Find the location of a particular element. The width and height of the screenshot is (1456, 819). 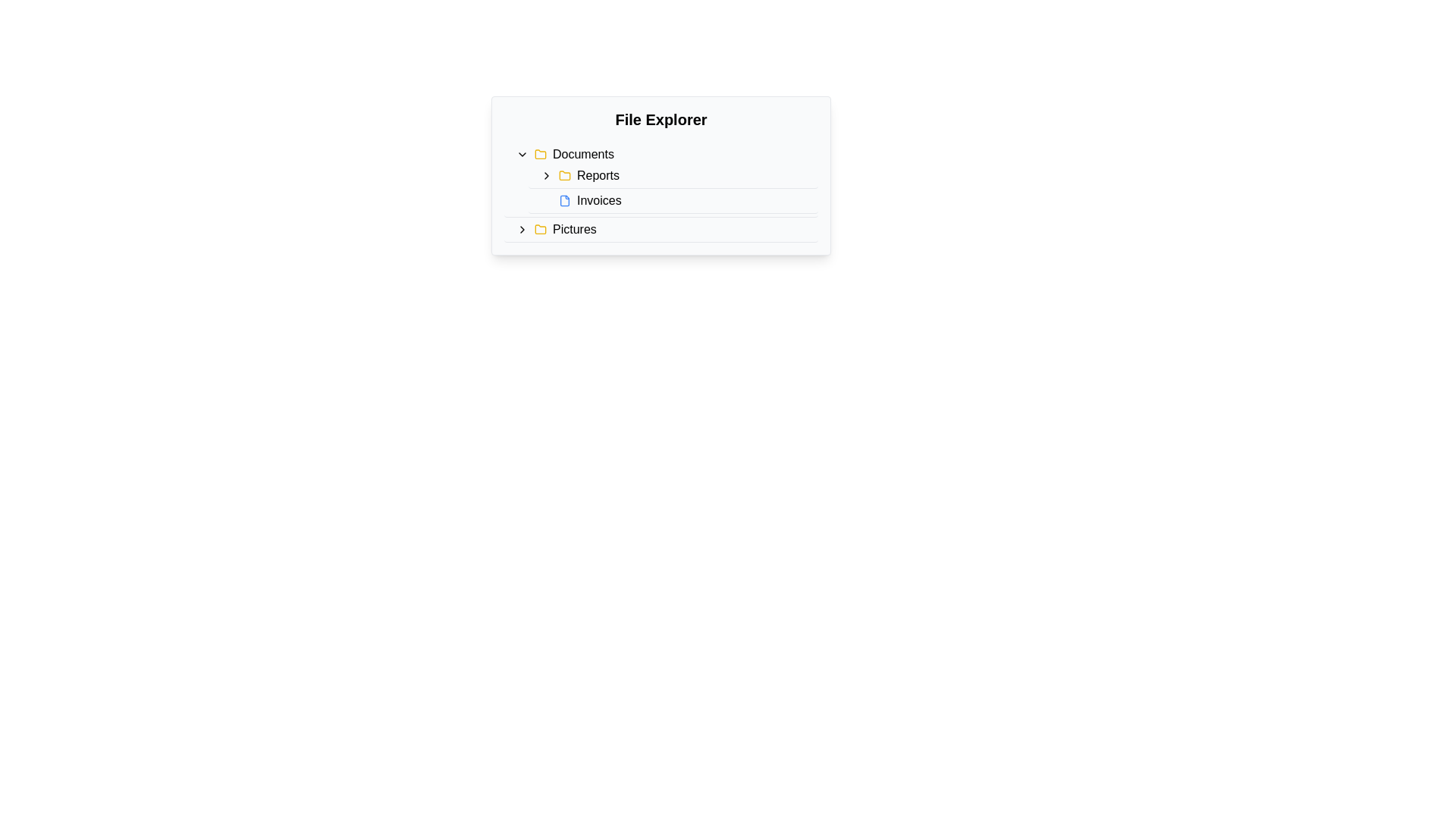

the 'Invoices' navigation item in the file explorer is located at coordinates (673, 200).